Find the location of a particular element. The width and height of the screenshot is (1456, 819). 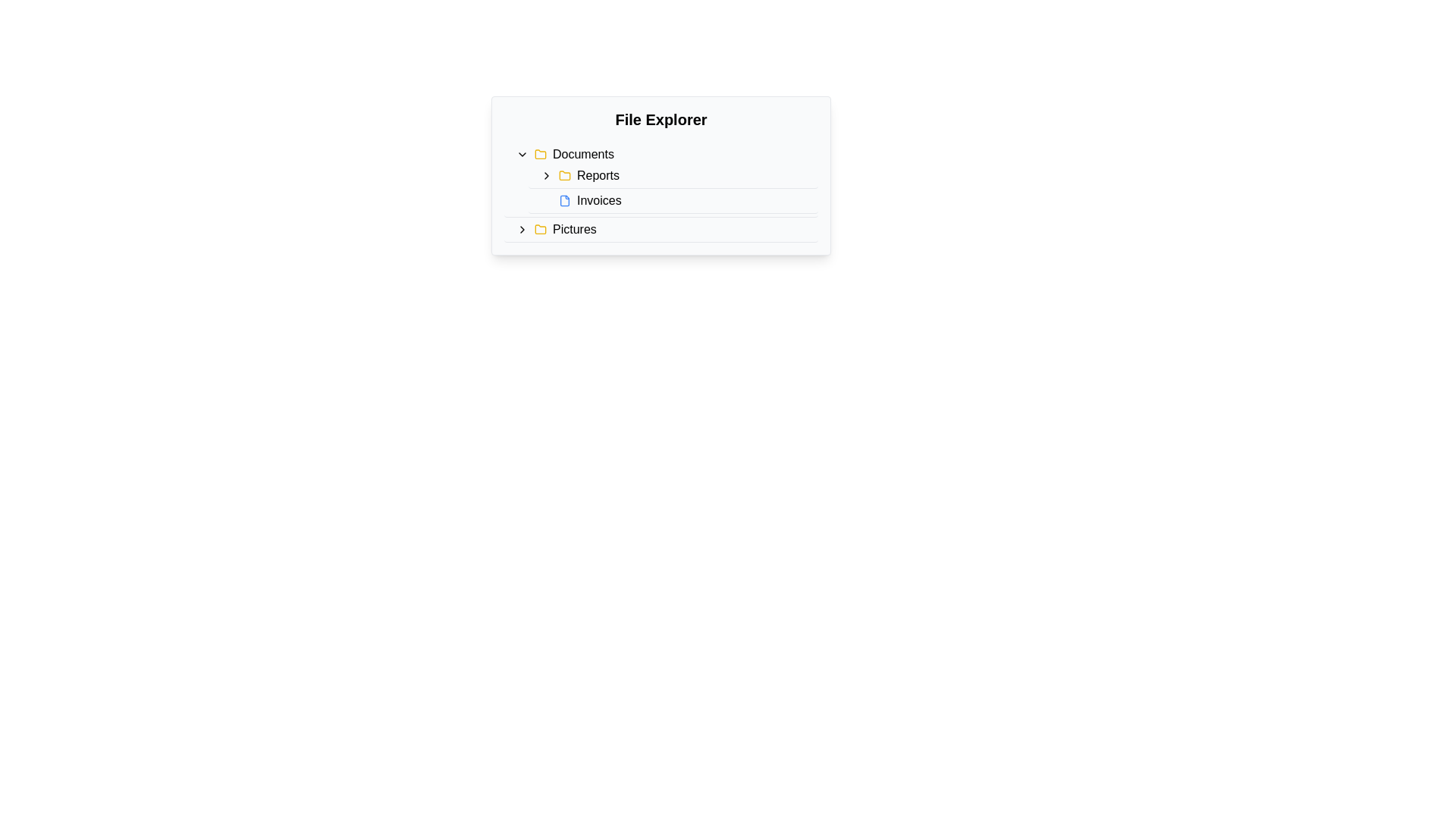

the 'Invoices' navigation item in the file explorer is located at coordinates (673, 200).